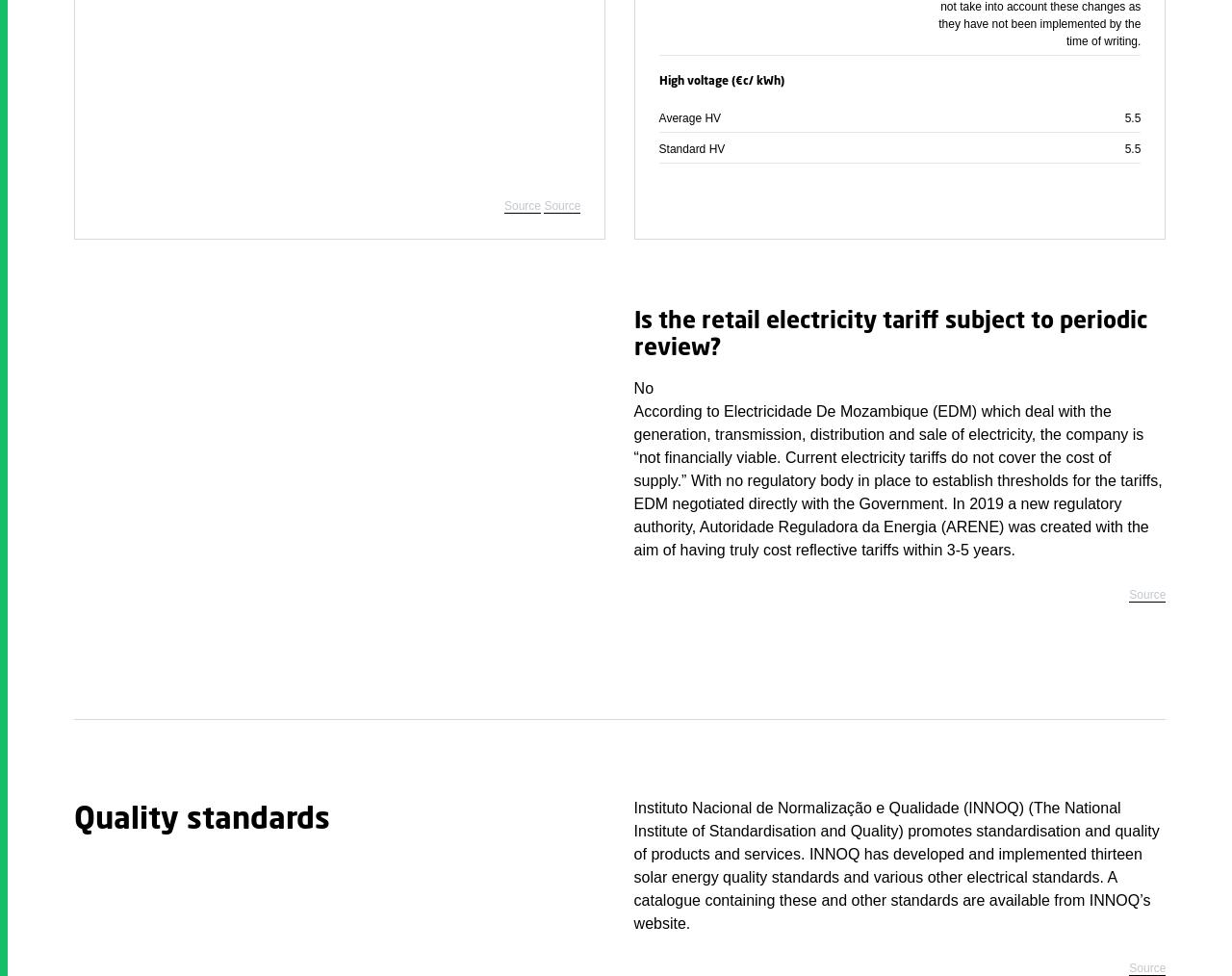 The image size is (1232, 976). Describe the element at coordinates (73, 819) in the screenshot. I see `'Quality standards'` at that location.